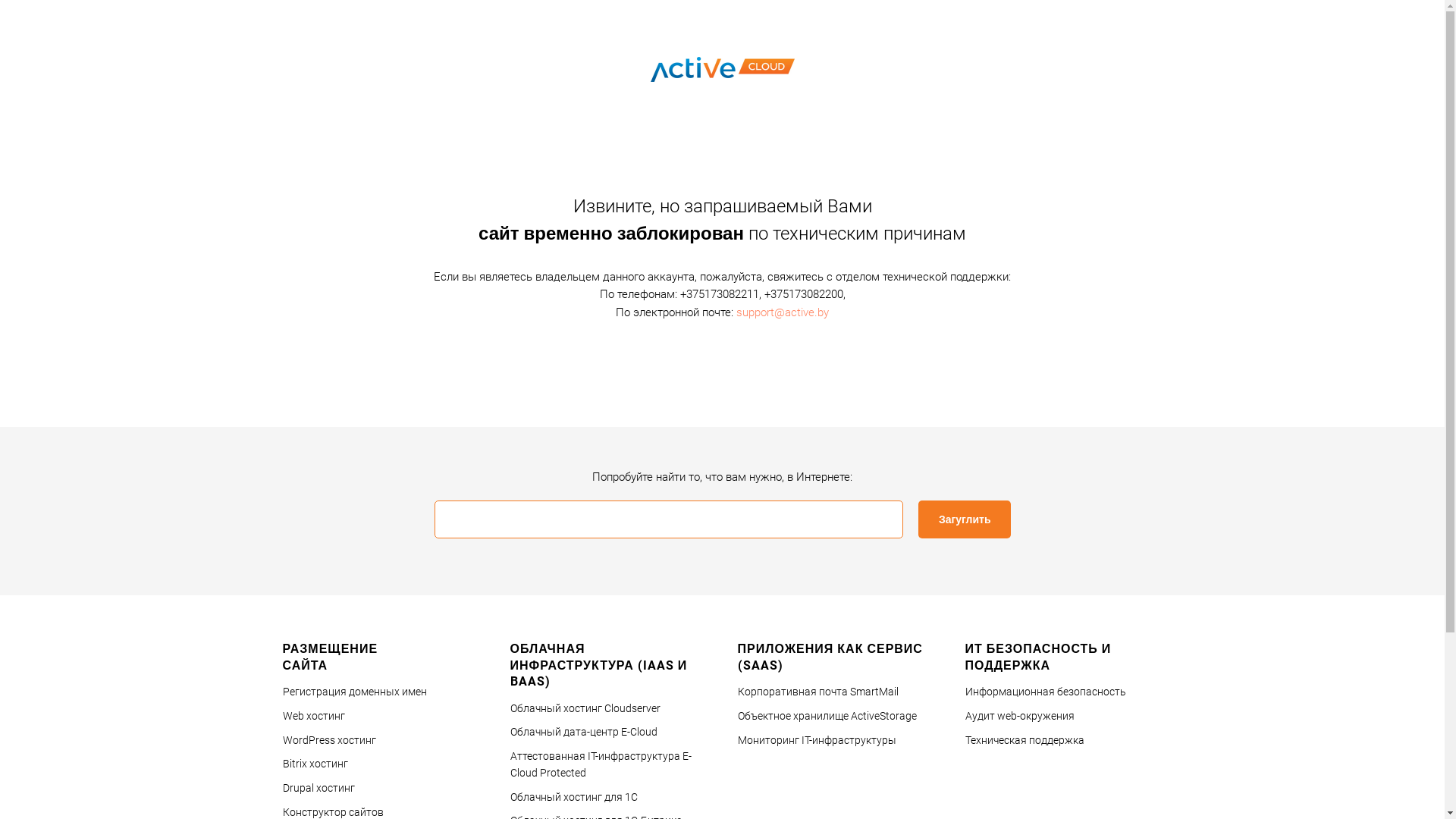 Image resolution: width=1456 pixels, height=819 pixels. I want to click on '+375173082200', so click(764, 294).